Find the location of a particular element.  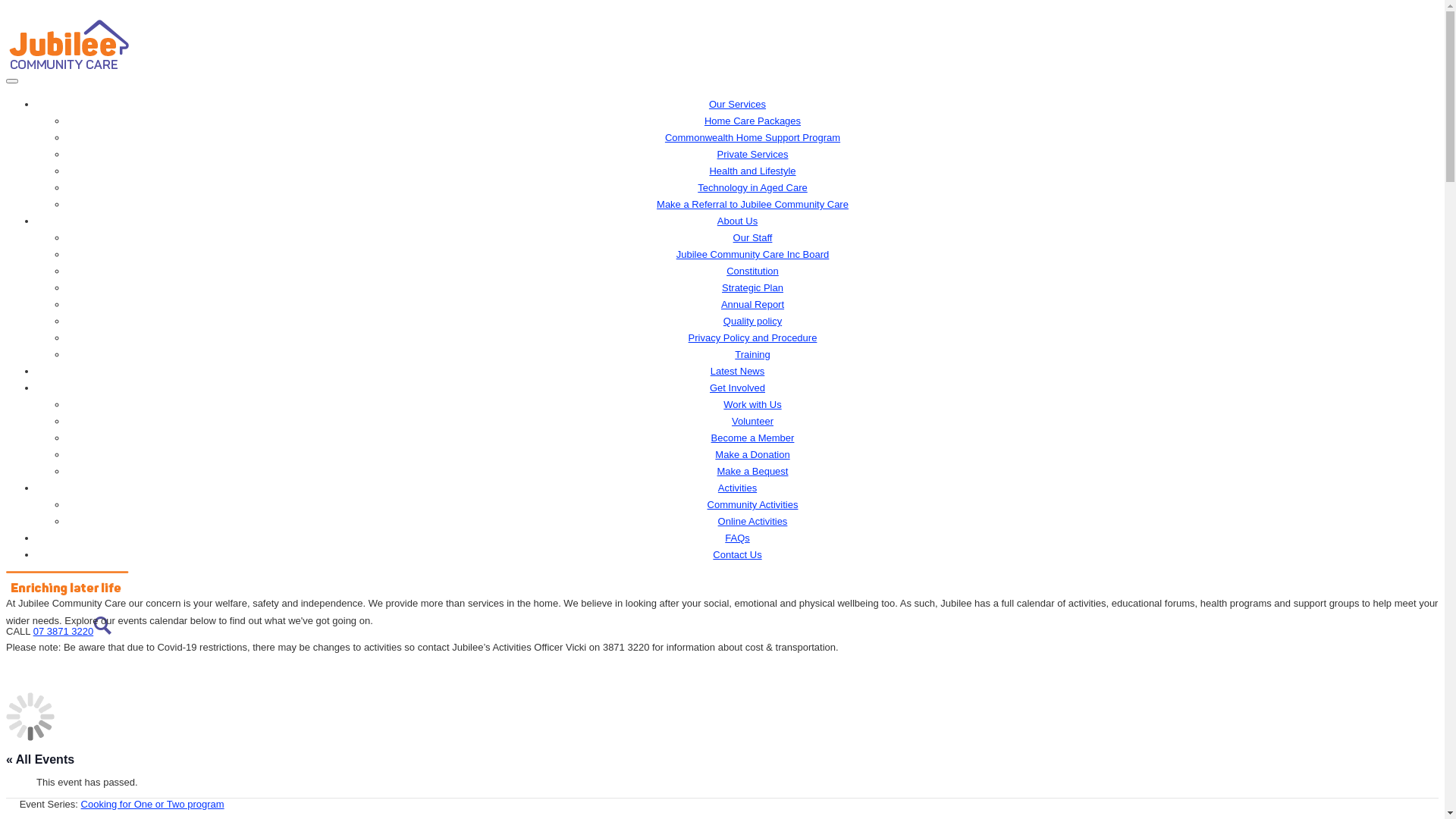

'Privacy Policy and Procedure' is located at coordinates (753, 337).